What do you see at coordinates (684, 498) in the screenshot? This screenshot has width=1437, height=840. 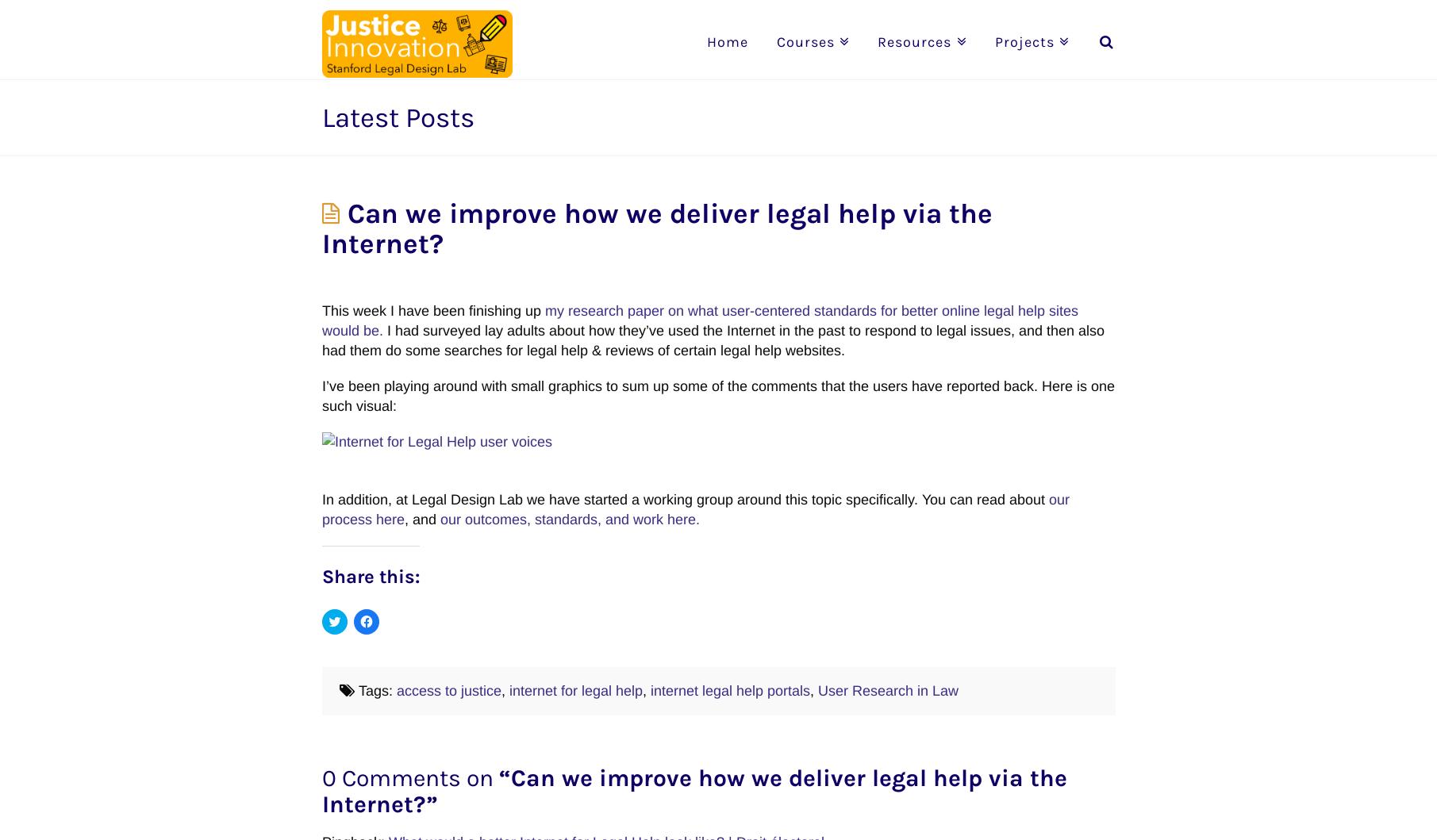 I see `'In addition, at Legal Design Lab we have started a working group around this topic specifically. You can read about'` at bounding box center [684, 498].